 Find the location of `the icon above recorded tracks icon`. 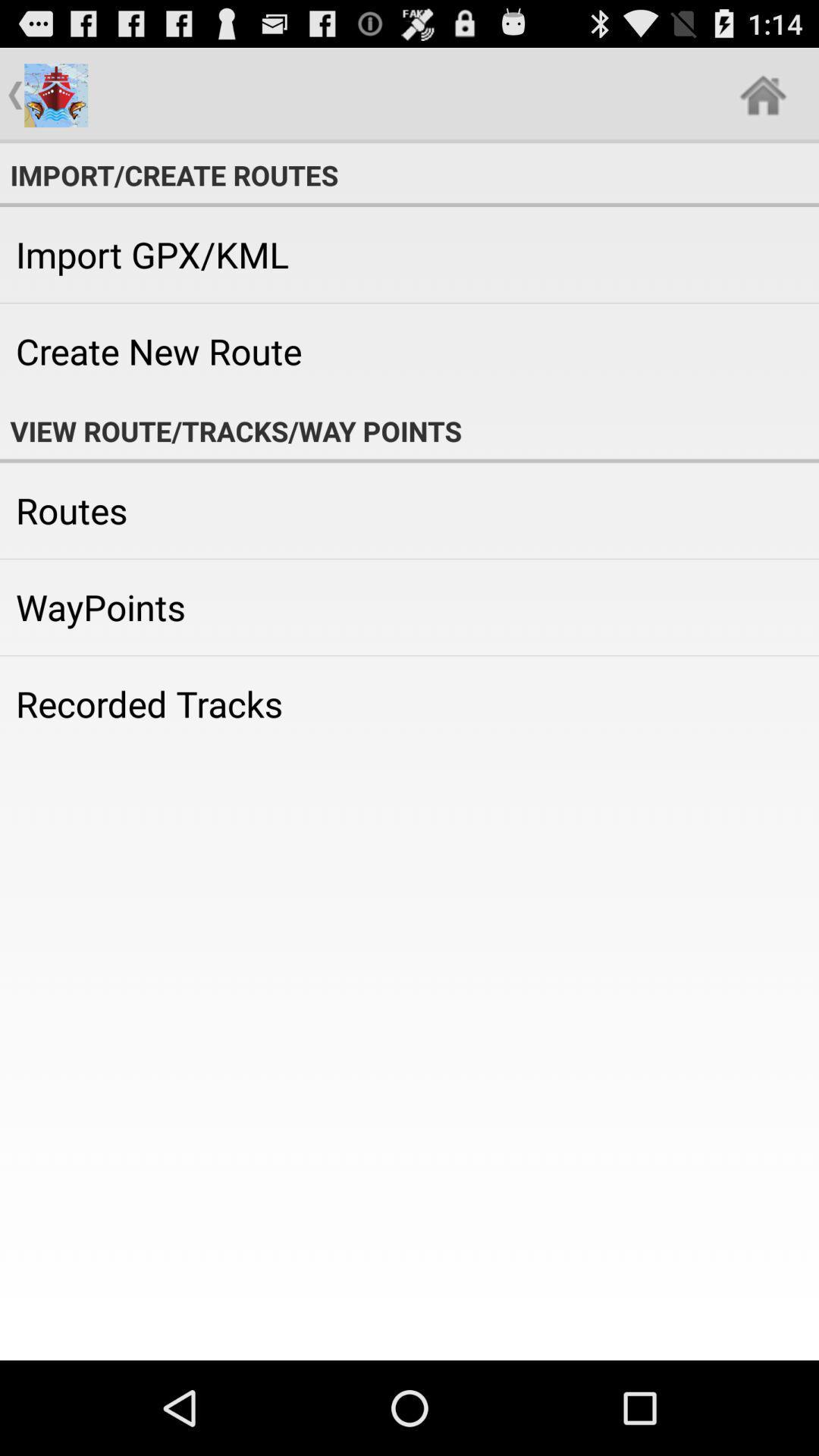

the icon above recorded tracks icon is located at coordinates (409, 607).